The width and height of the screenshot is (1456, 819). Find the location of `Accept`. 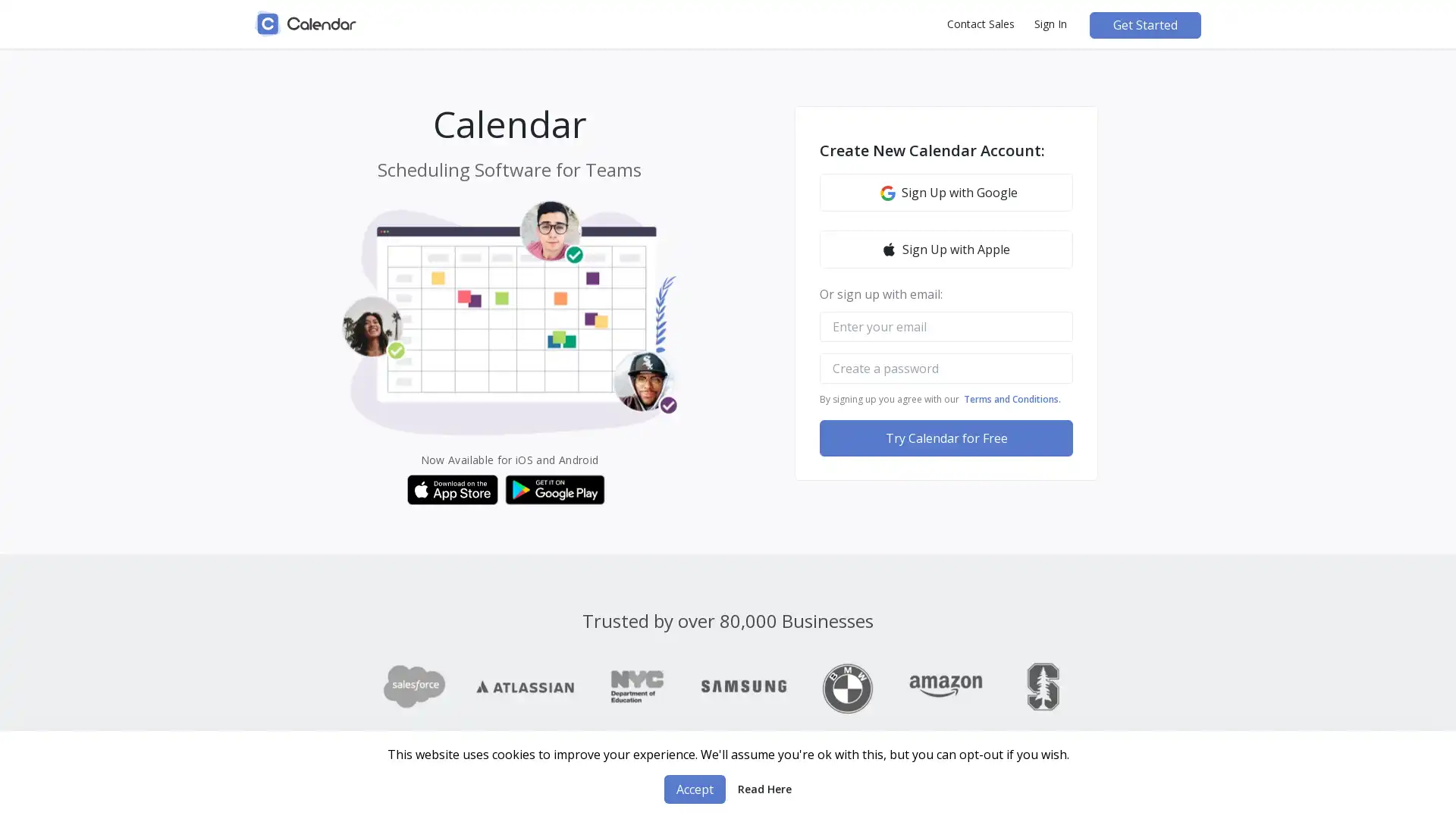

Accept is located at coordinates (694, 788).